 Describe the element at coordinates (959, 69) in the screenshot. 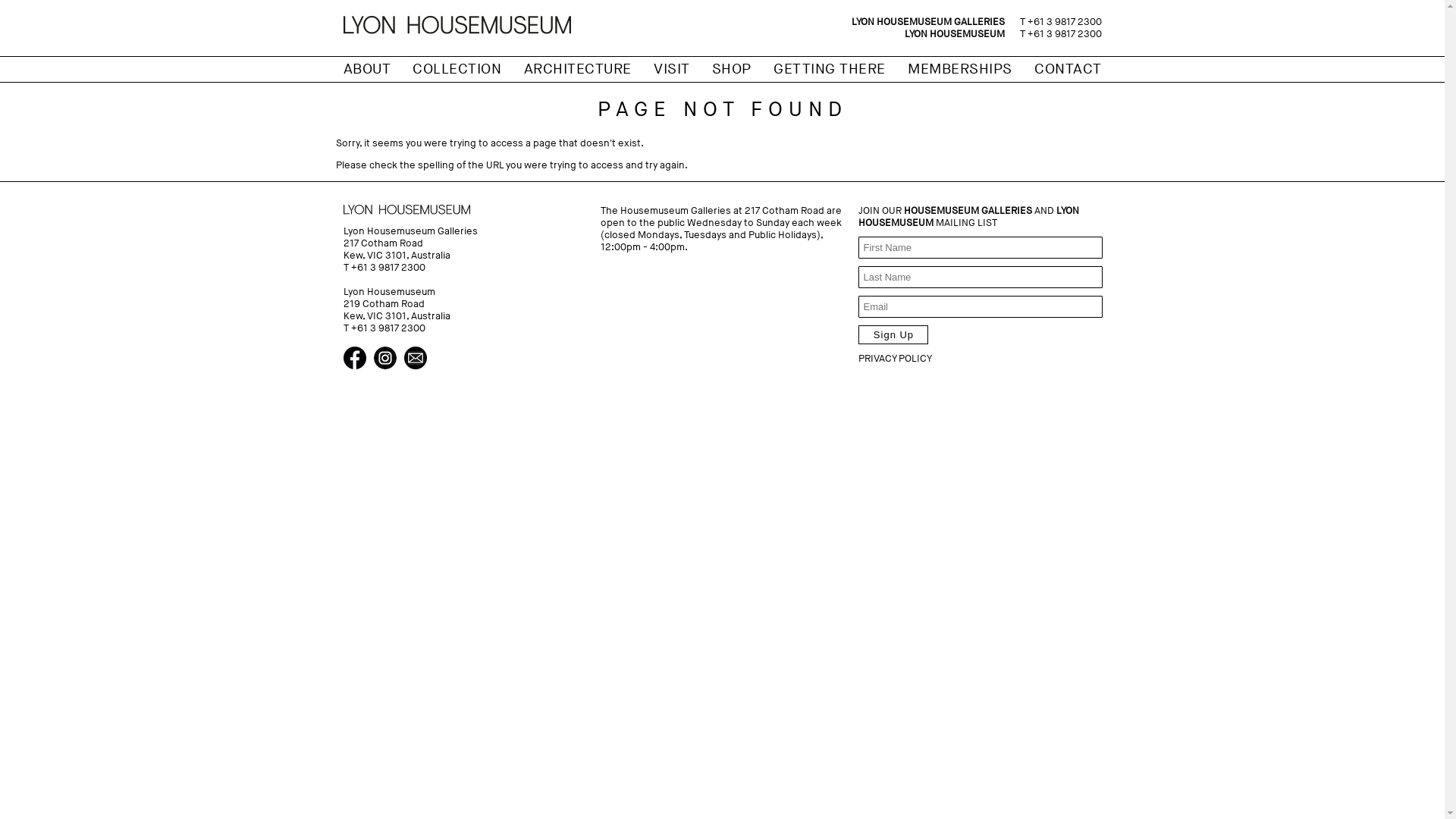

I see `'MEMBERSHIPS'` at that location.